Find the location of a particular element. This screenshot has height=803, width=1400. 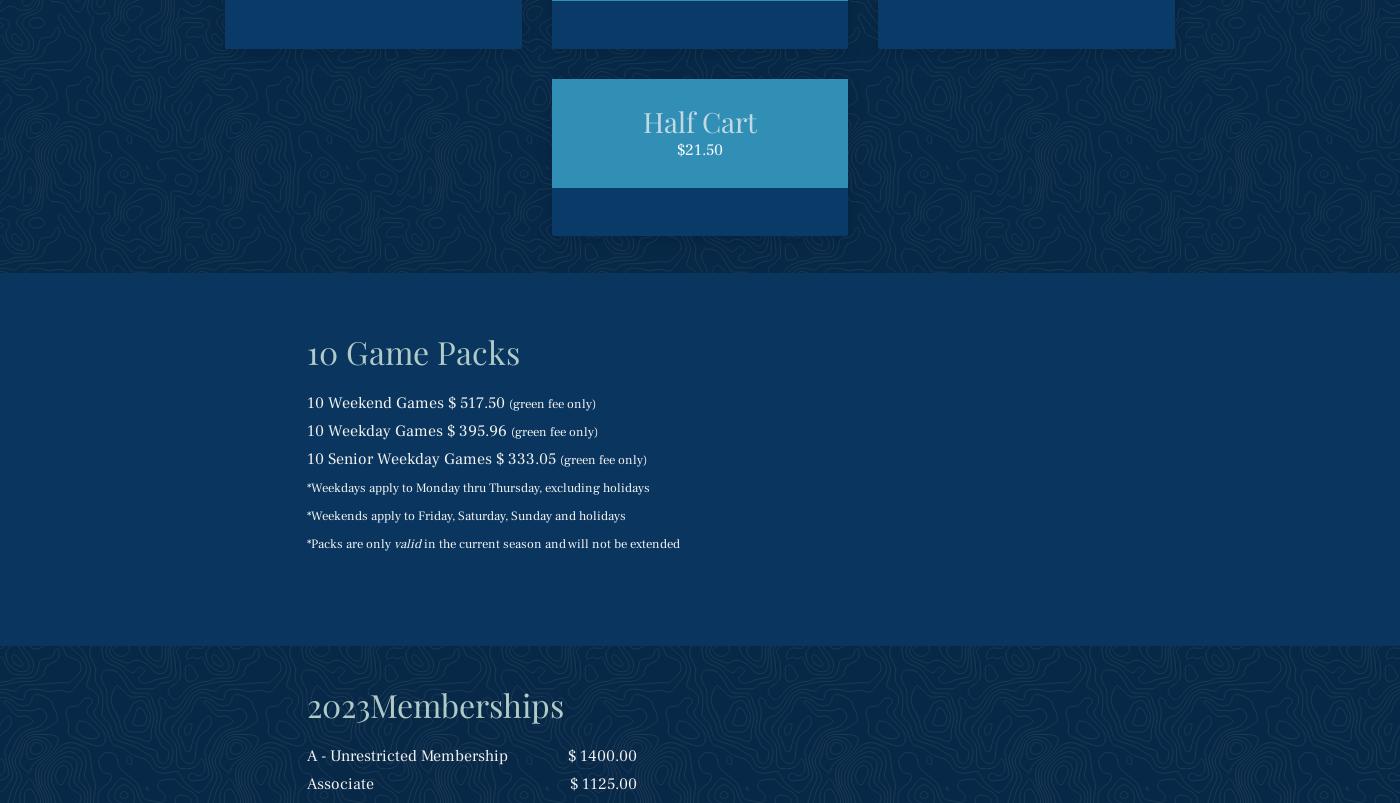

'10 Weekday Games $ 395.96' is located at coordinates (407, 429).